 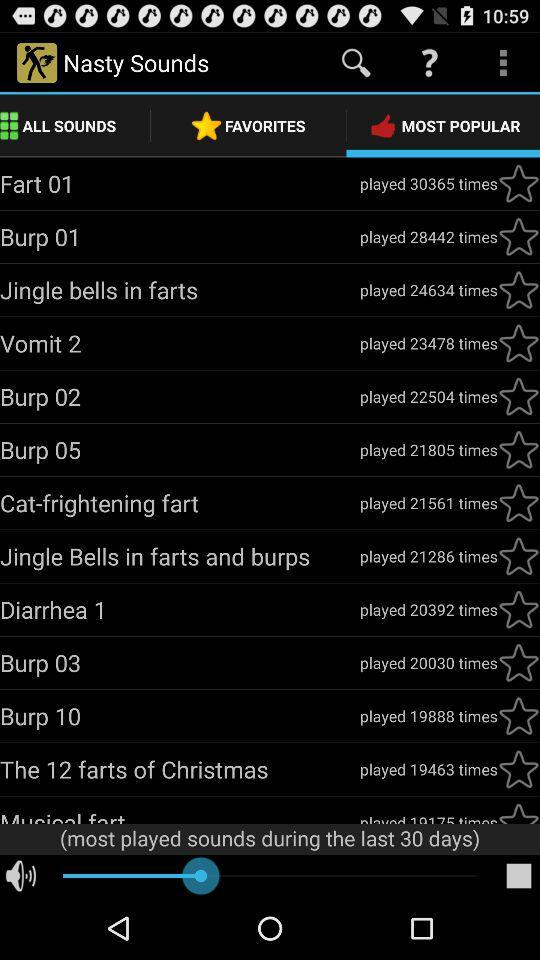 I want to click on the volume icon, so click(x=20, y=937).